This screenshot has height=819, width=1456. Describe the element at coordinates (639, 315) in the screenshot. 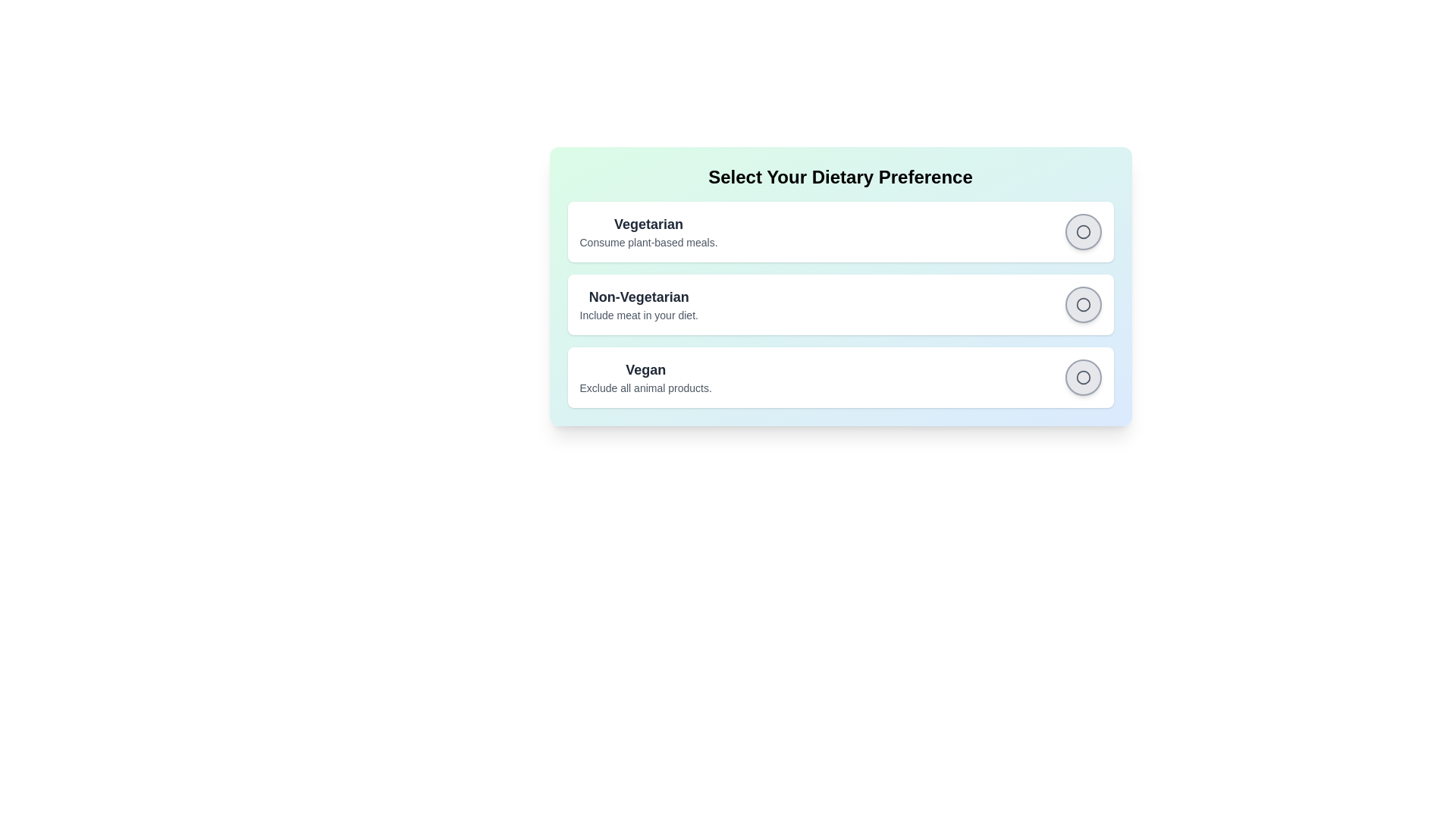

I see `the static text label displaying 'Include meat in your diet.', which is styled in gray and located under the 'Non-Vegetarian' header` at that location.